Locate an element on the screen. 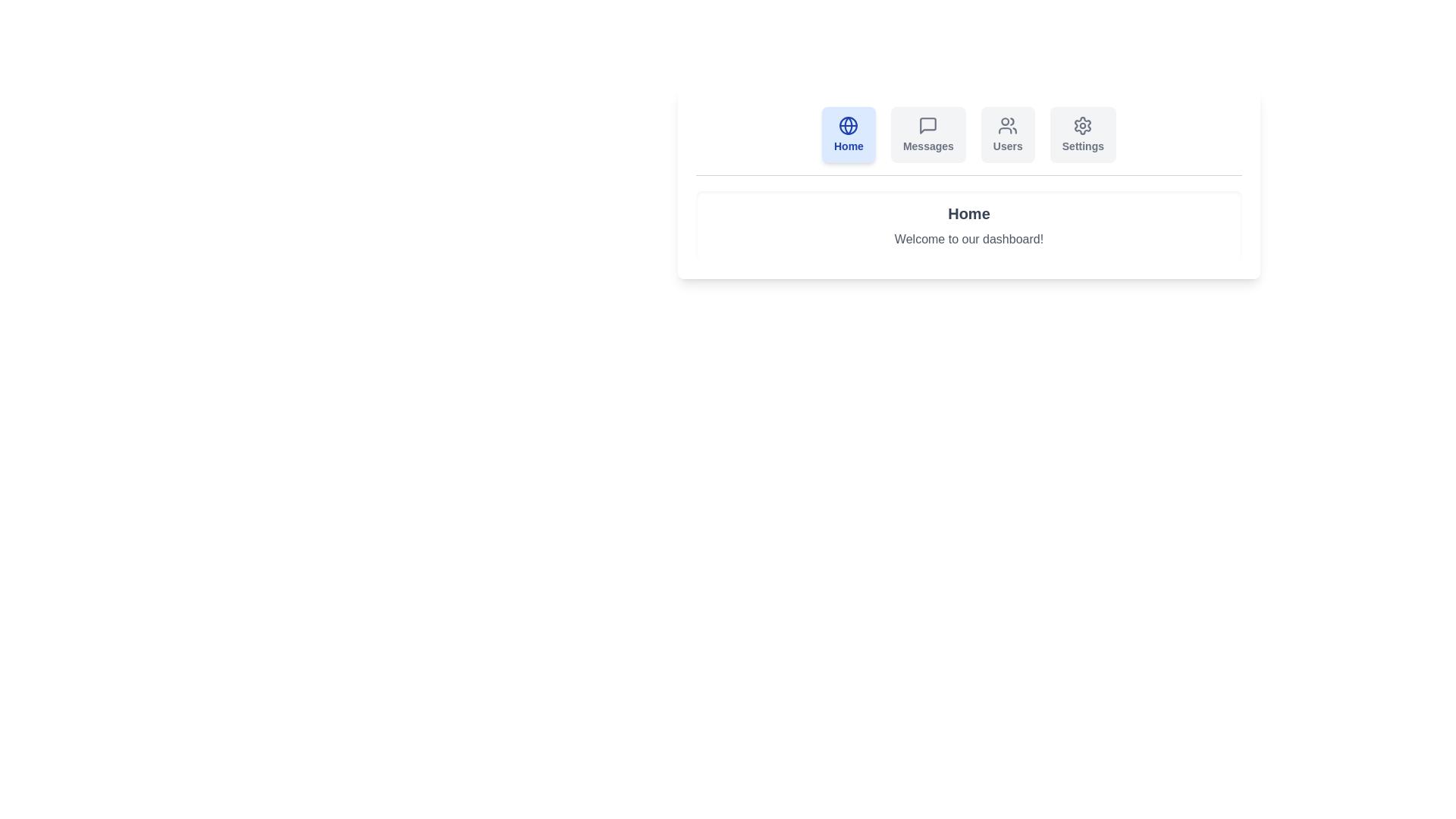 Image resolution: width=1456 pixels, height=819 pixels. the Settings tab to switch to its content is located at coordinates (1082, 133).